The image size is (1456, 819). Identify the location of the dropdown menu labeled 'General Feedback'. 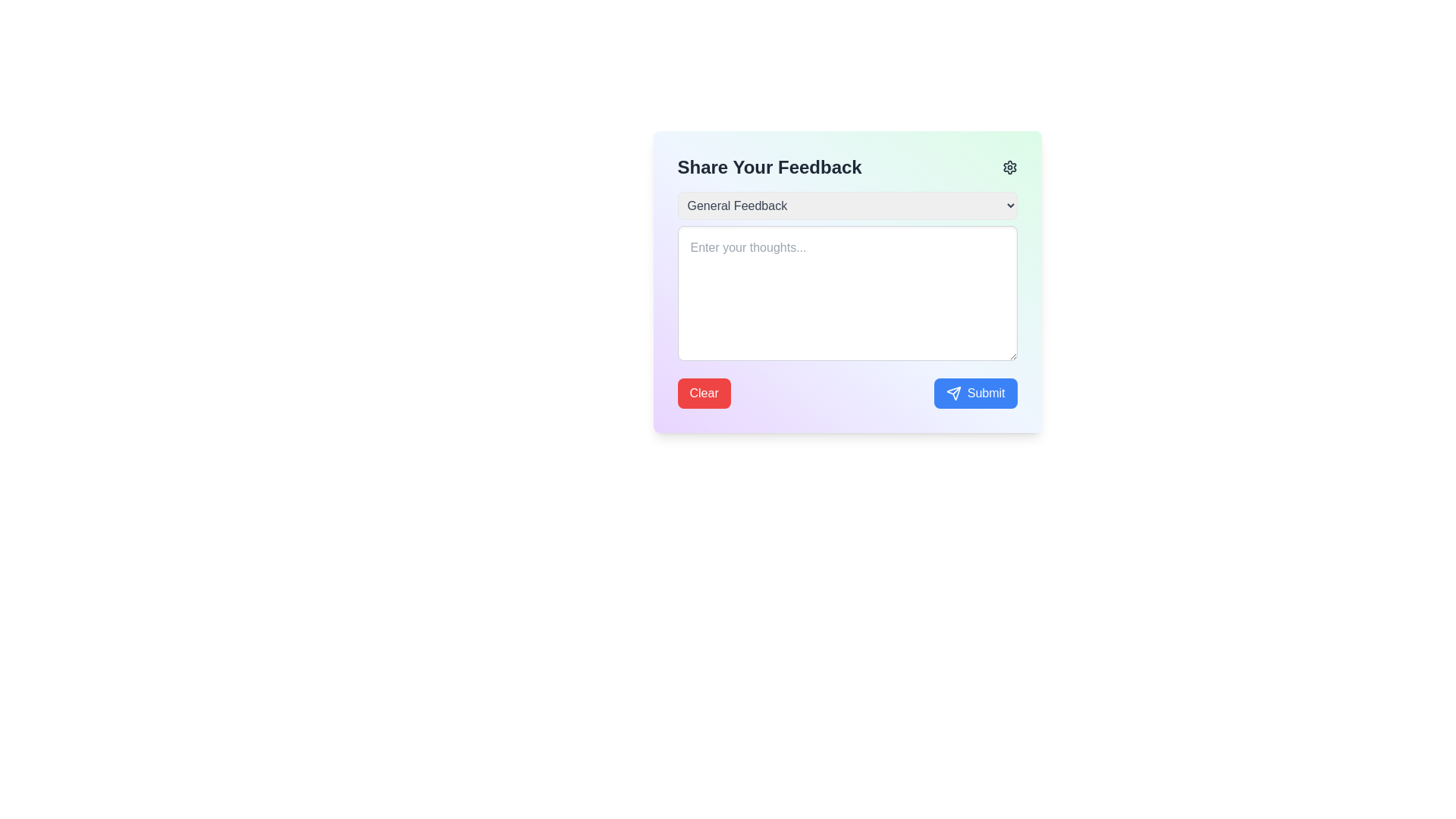
(846, 206).